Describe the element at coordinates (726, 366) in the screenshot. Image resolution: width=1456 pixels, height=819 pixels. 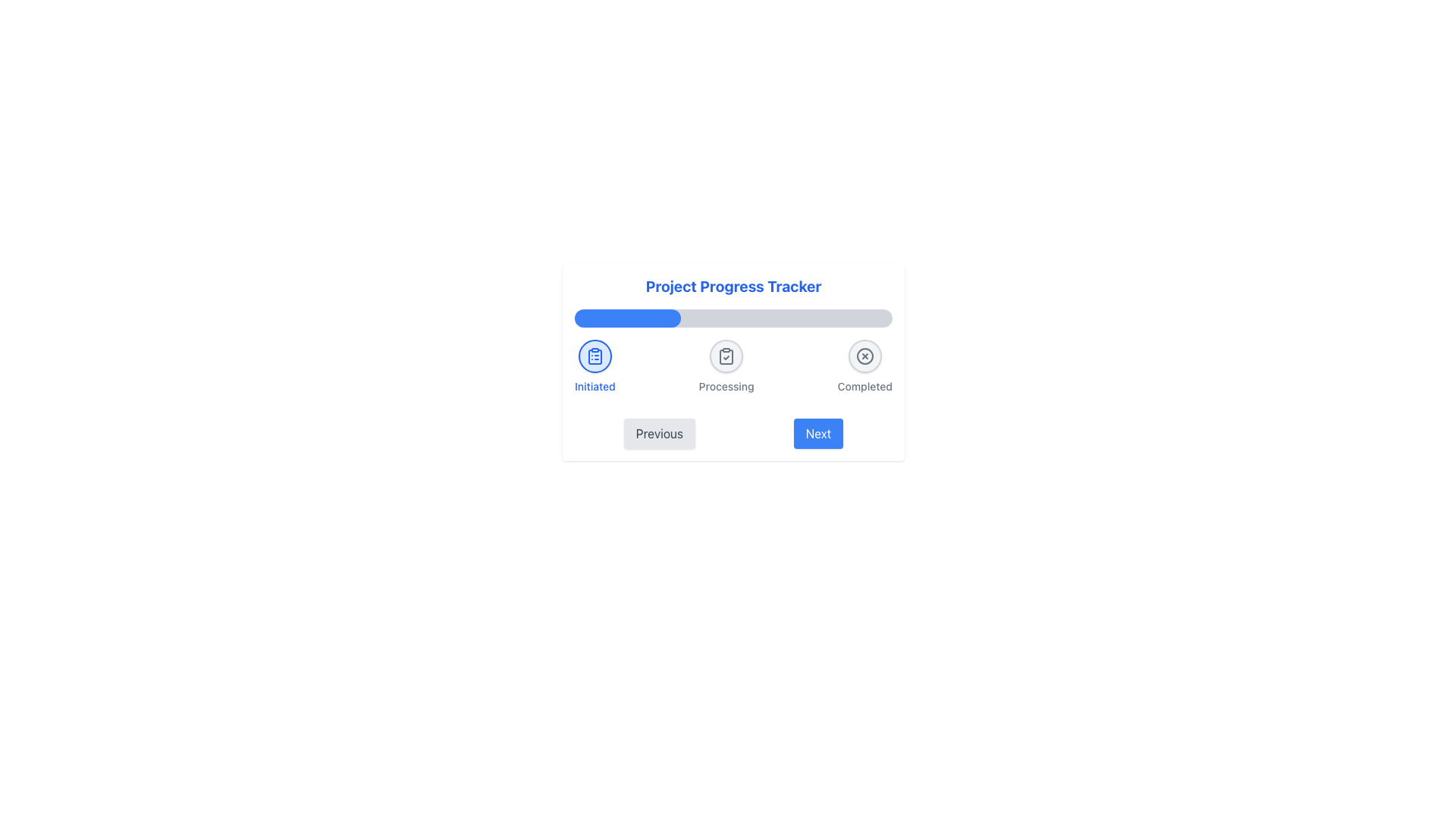
I see `the 'Processing' progress indicator, which is the middle element in a sequence of three progress states labeled 'Initiated', 'Processing', and 'Completed'` at that location.